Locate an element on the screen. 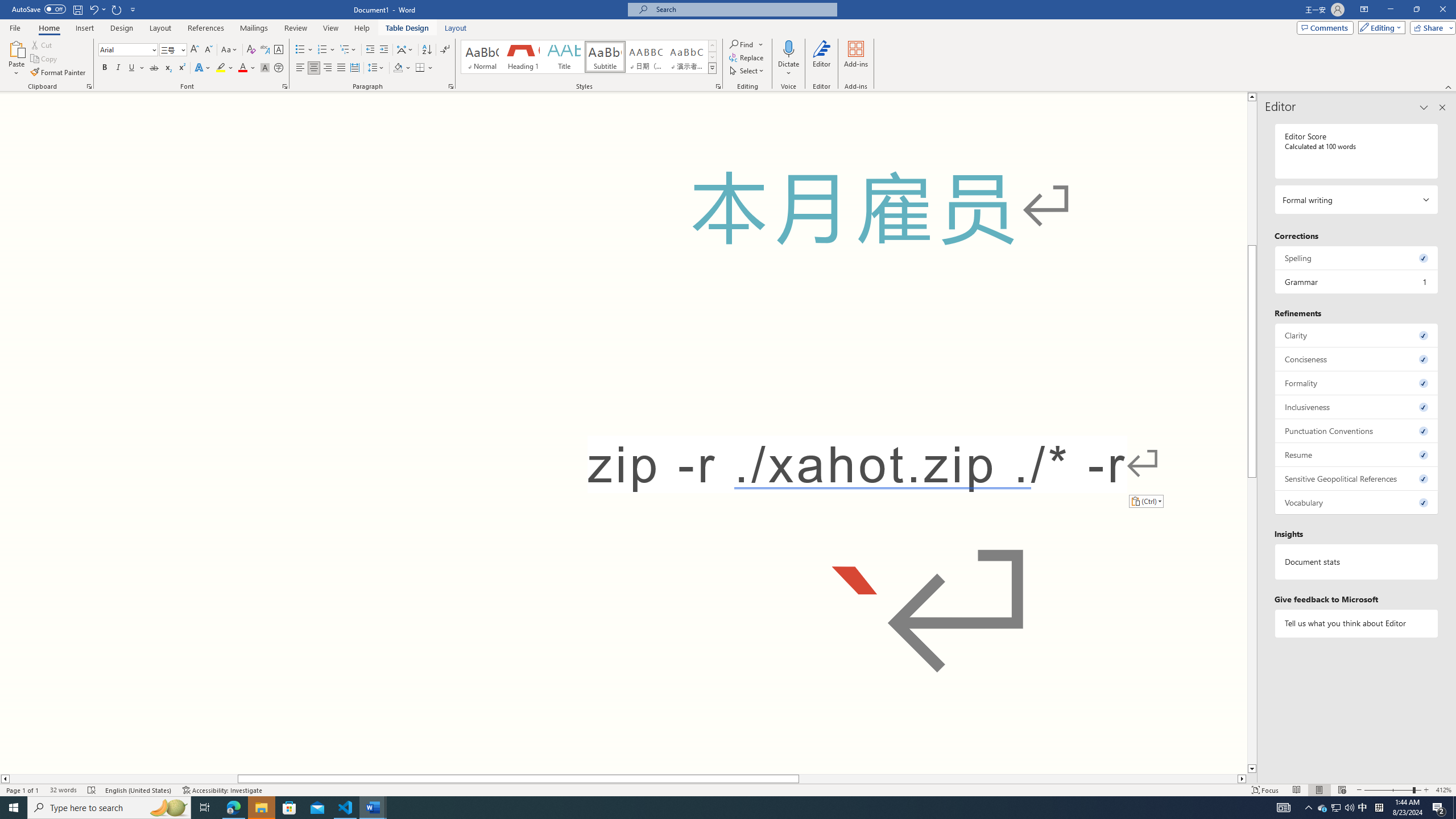 This screenshot has width=1456, height=819. 'Zoom 412%' is located at coordinates (1443, 790).